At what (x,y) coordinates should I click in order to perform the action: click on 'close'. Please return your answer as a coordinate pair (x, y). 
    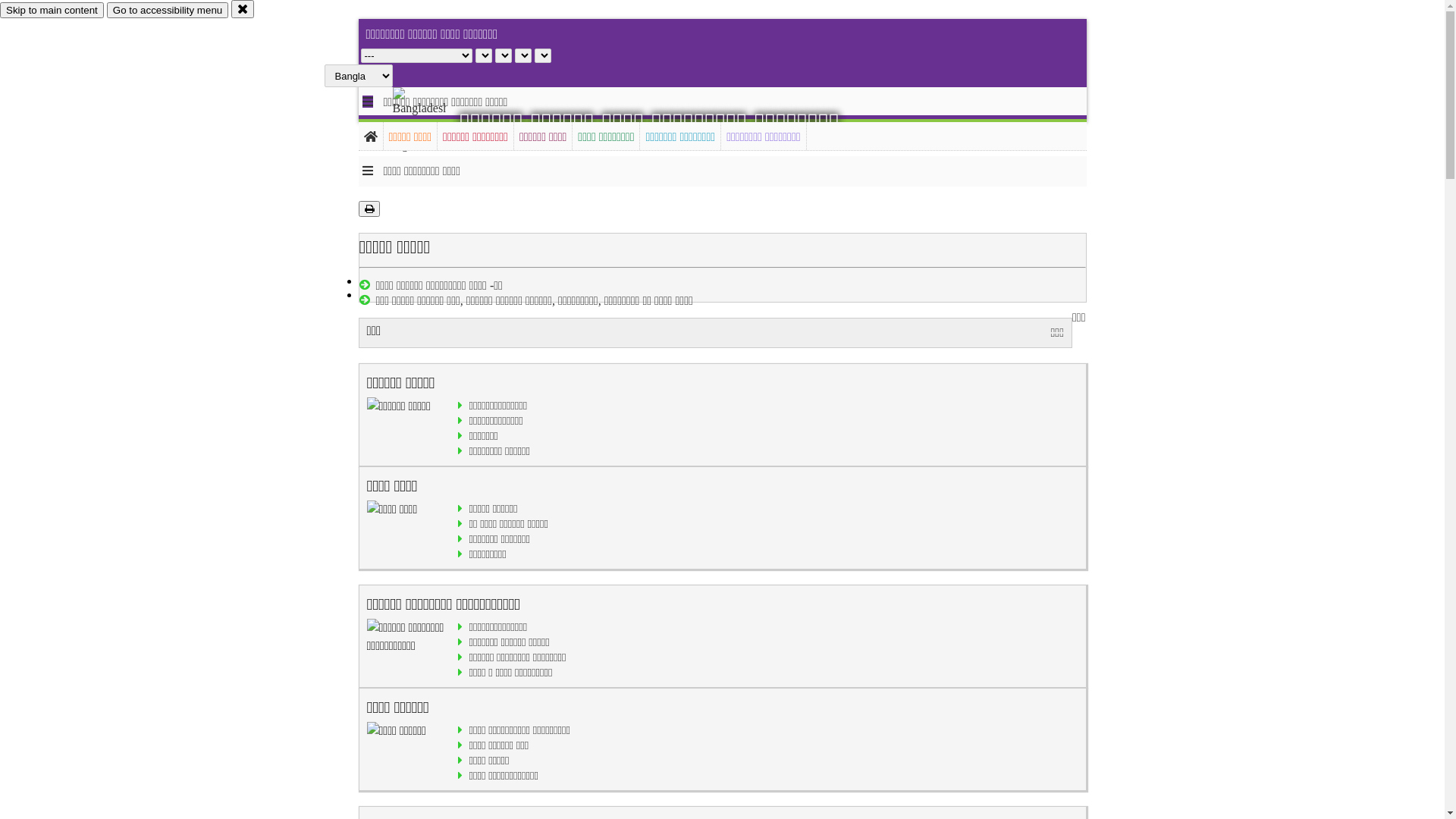
    Looking at the image, I should click on (243, 8).